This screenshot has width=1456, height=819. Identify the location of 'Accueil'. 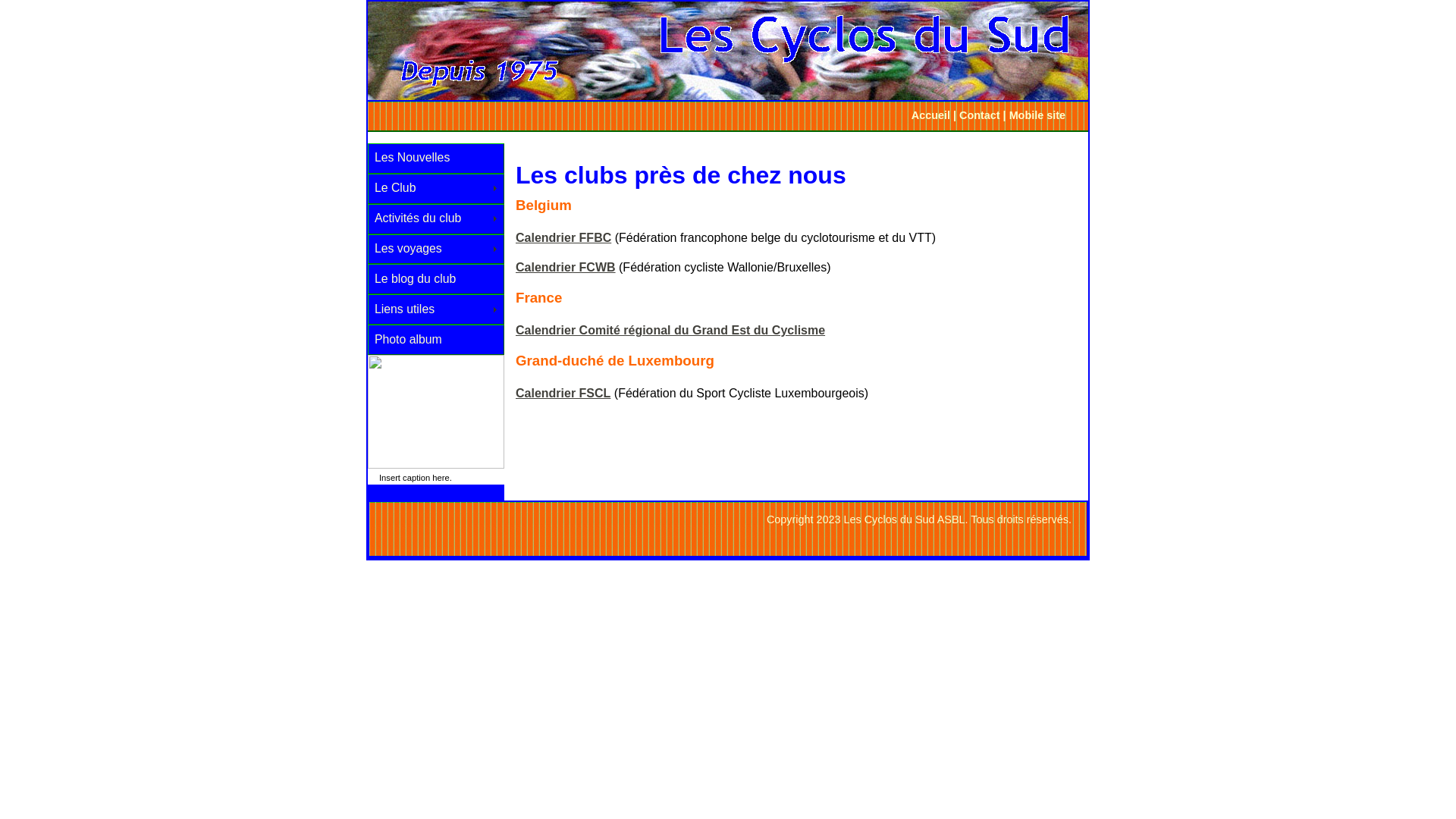
(930, 114).